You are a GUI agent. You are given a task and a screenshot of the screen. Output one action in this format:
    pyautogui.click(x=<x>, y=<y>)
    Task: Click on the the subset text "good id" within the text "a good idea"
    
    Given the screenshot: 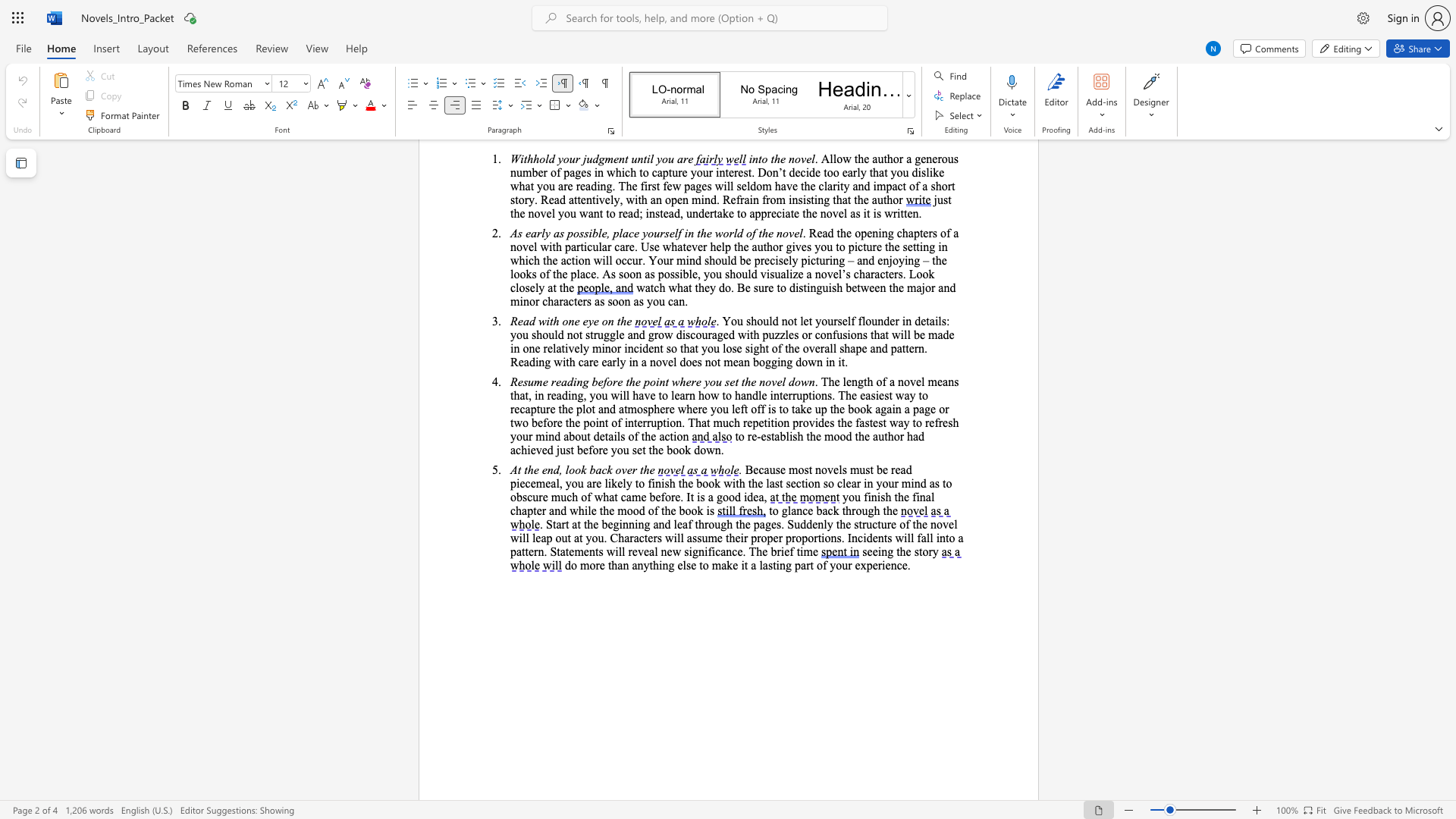 What is the action you would take?
    pyautogui.click(x=715, y=497)
    